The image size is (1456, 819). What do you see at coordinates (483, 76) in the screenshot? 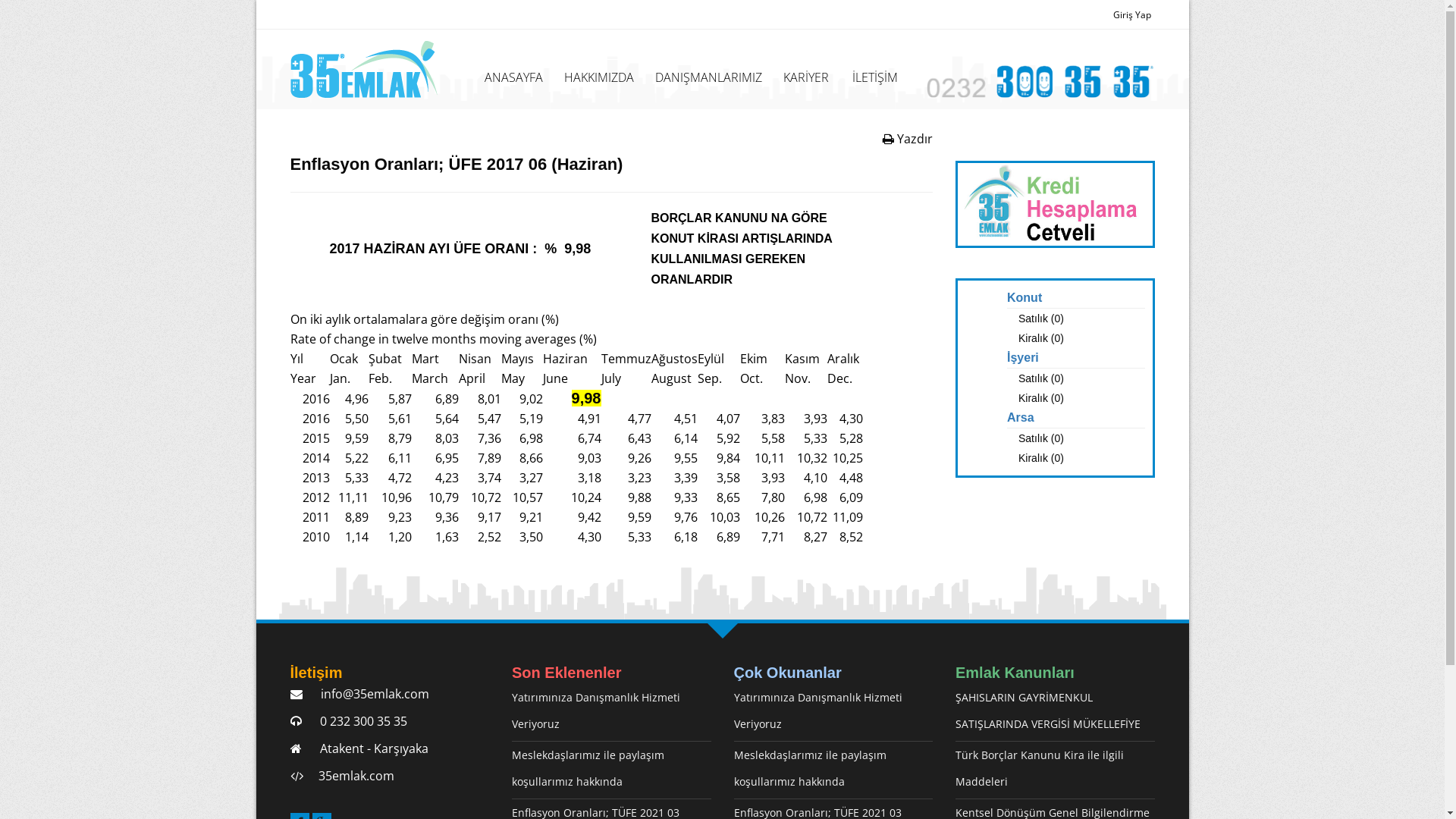
I see `'ANASAYFA'` at bounding box center [483, 76].